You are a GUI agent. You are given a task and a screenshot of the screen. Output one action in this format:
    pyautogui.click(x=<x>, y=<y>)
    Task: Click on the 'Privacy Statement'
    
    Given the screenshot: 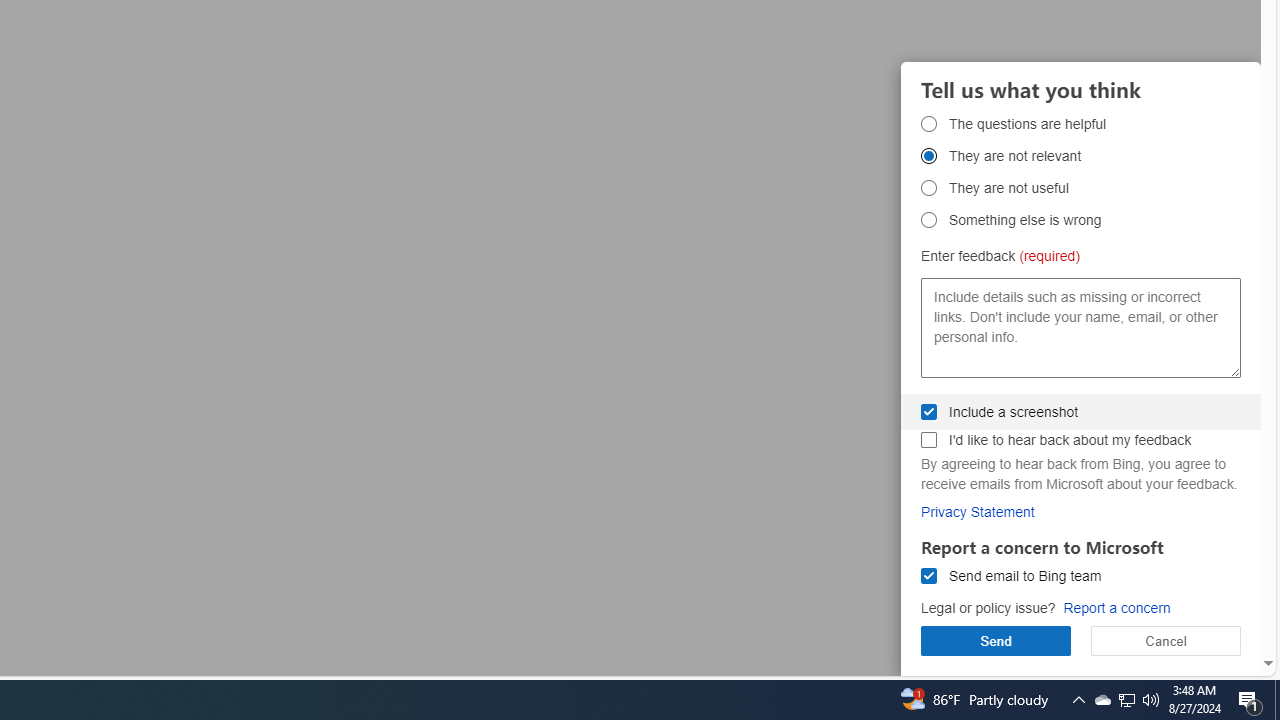 What is the action you would take?
    pyautogui.click(x=978, y=510)
    